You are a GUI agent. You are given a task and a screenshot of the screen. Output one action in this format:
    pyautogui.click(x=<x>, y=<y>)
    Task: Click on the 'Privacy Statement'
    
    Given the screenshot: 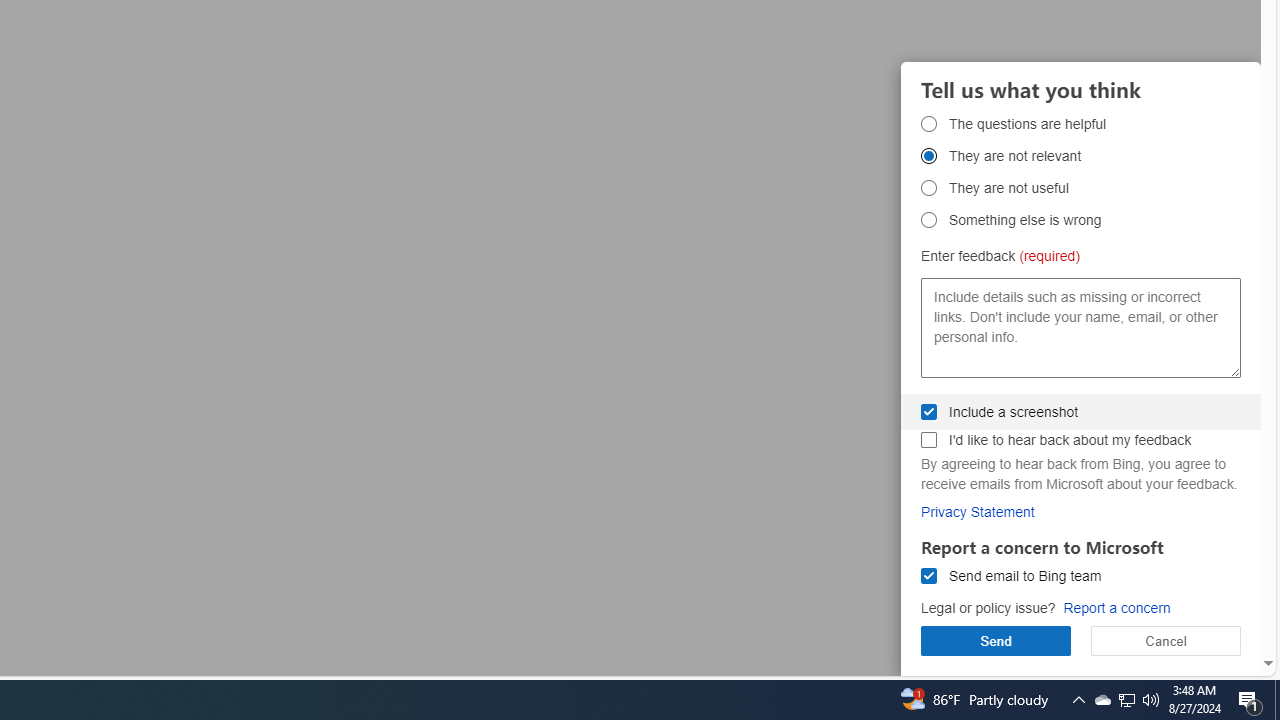 What is the action you would take?
    pyautogui.click(x=978, y=510)
    